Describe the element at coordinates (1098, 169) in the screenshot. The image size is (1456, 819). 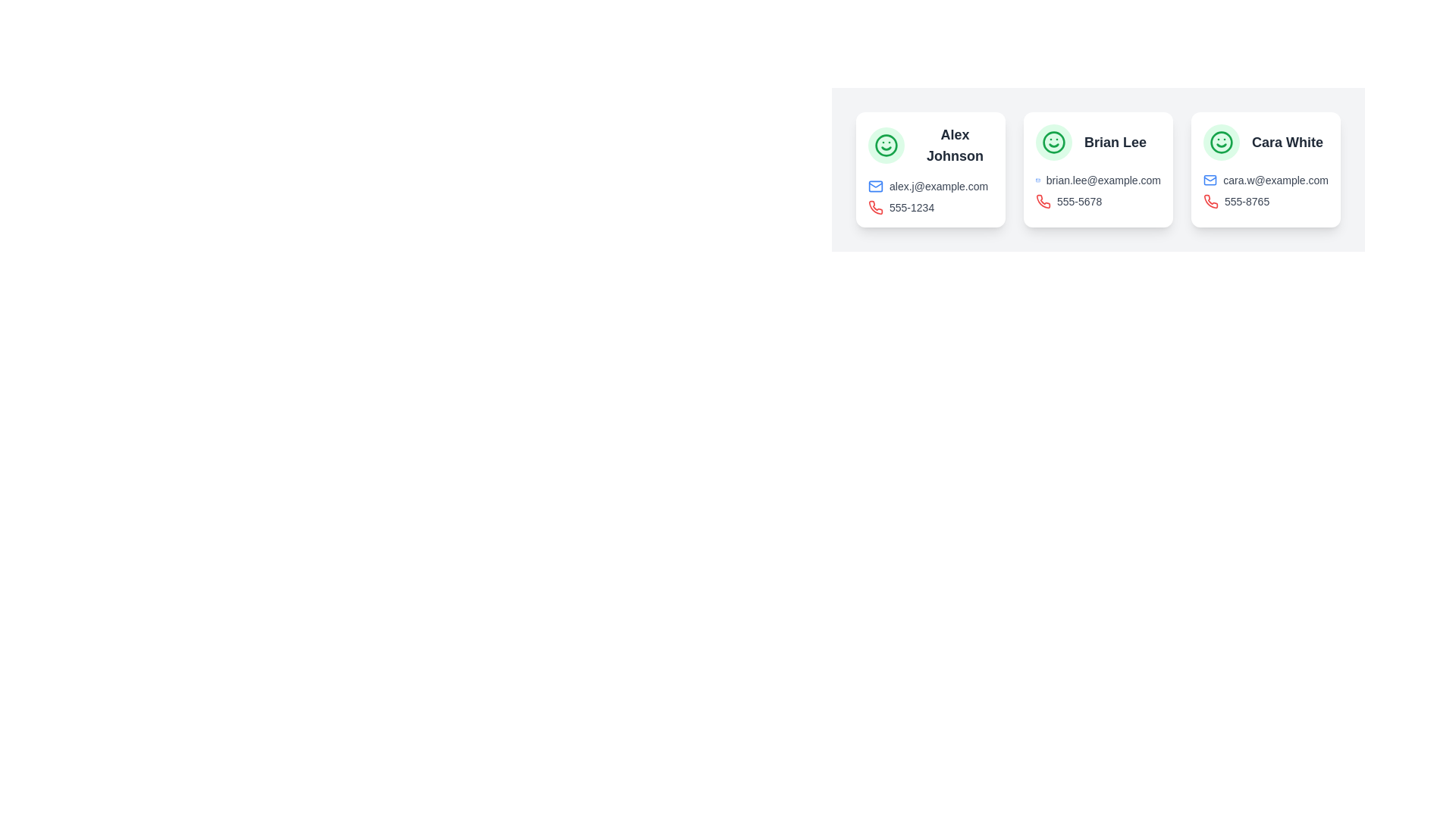
I see `the contact information card for 'Brian Lee', which is the second card in a row, positioned between the cards for 'Alex Johnson' and 'Cara White'` at that location.